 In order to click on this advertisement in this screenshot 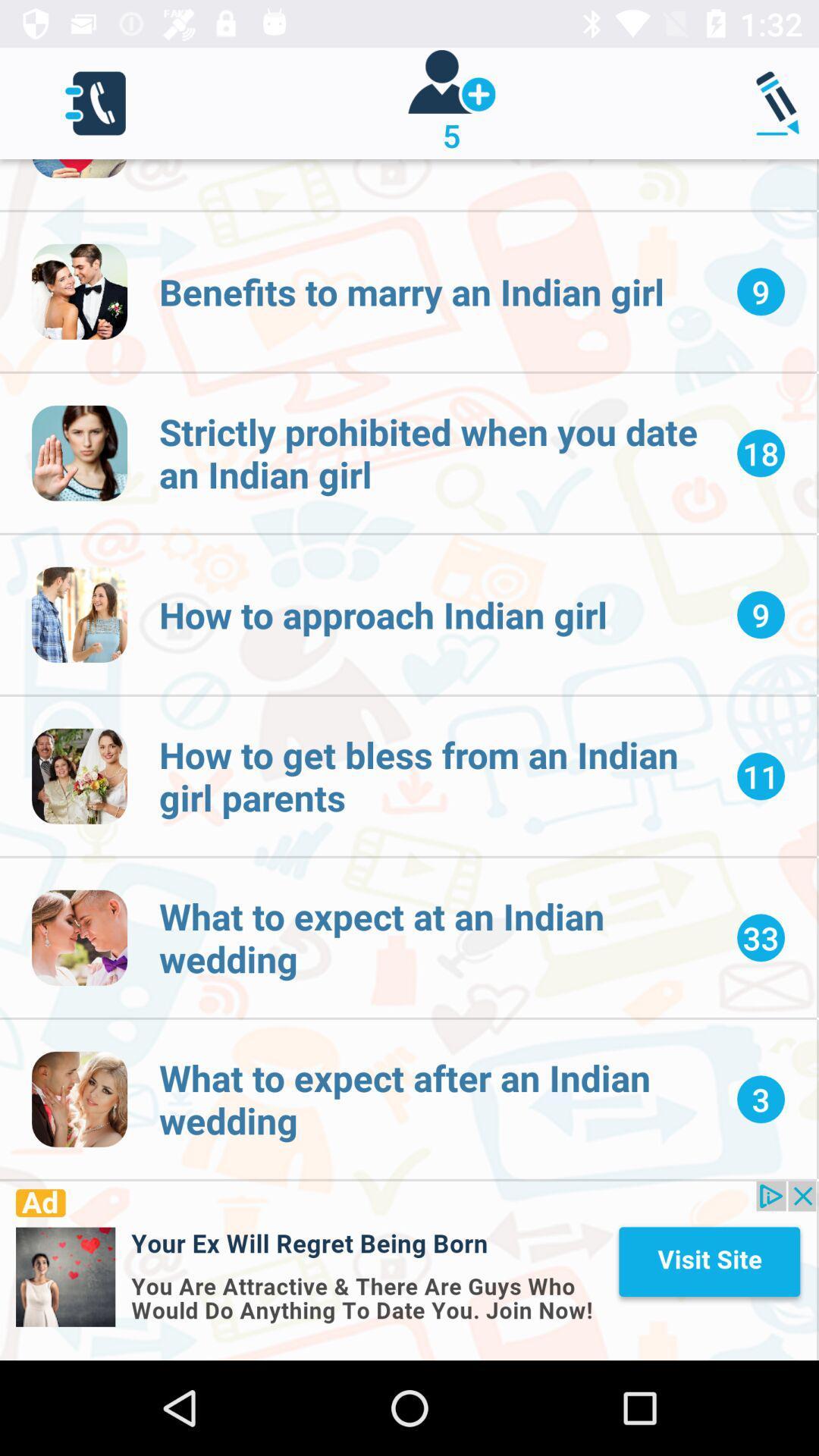, I will do `click(407, 1270)`.